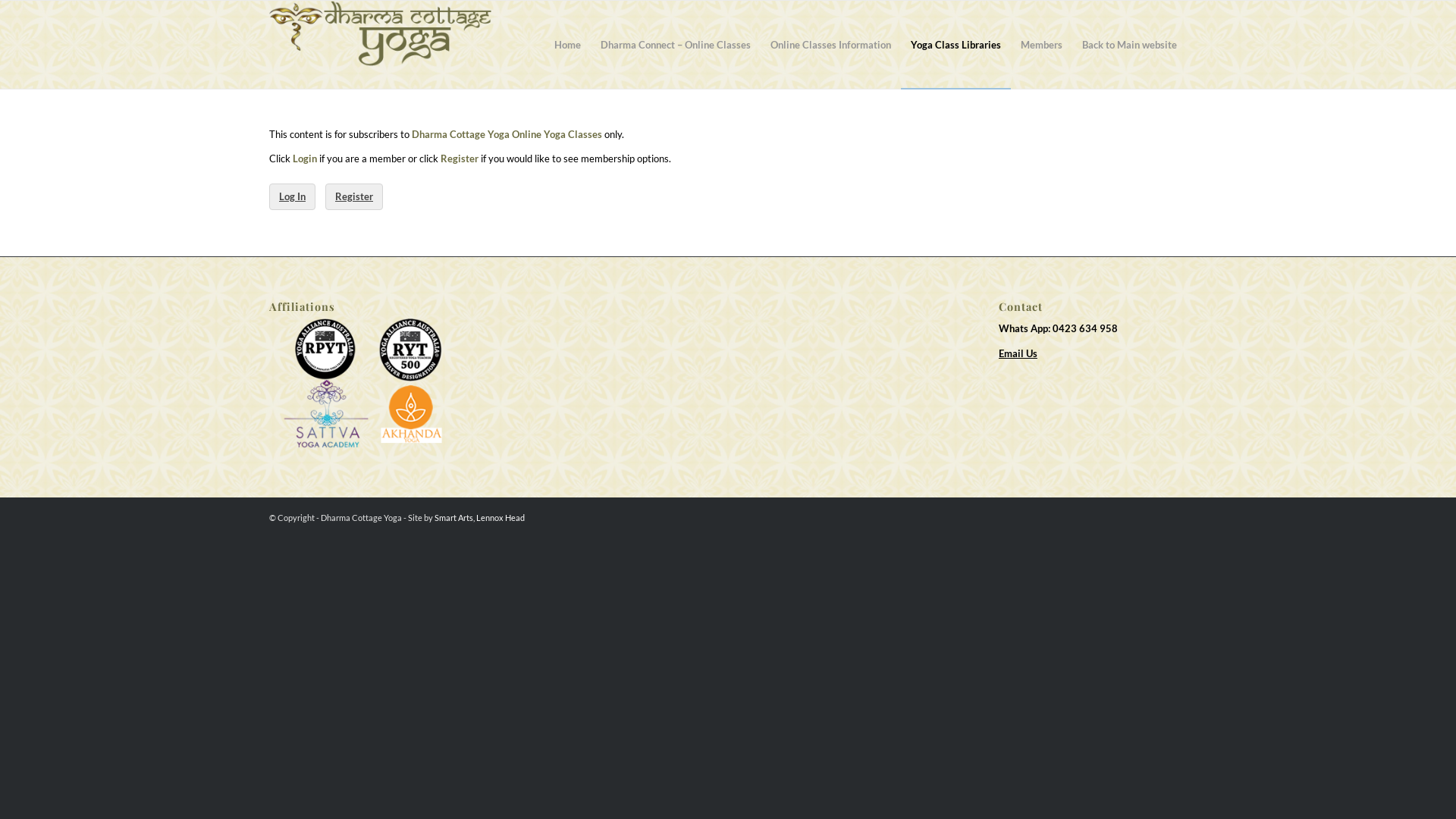  I want to click on 'Email Us', so click(998, 353).